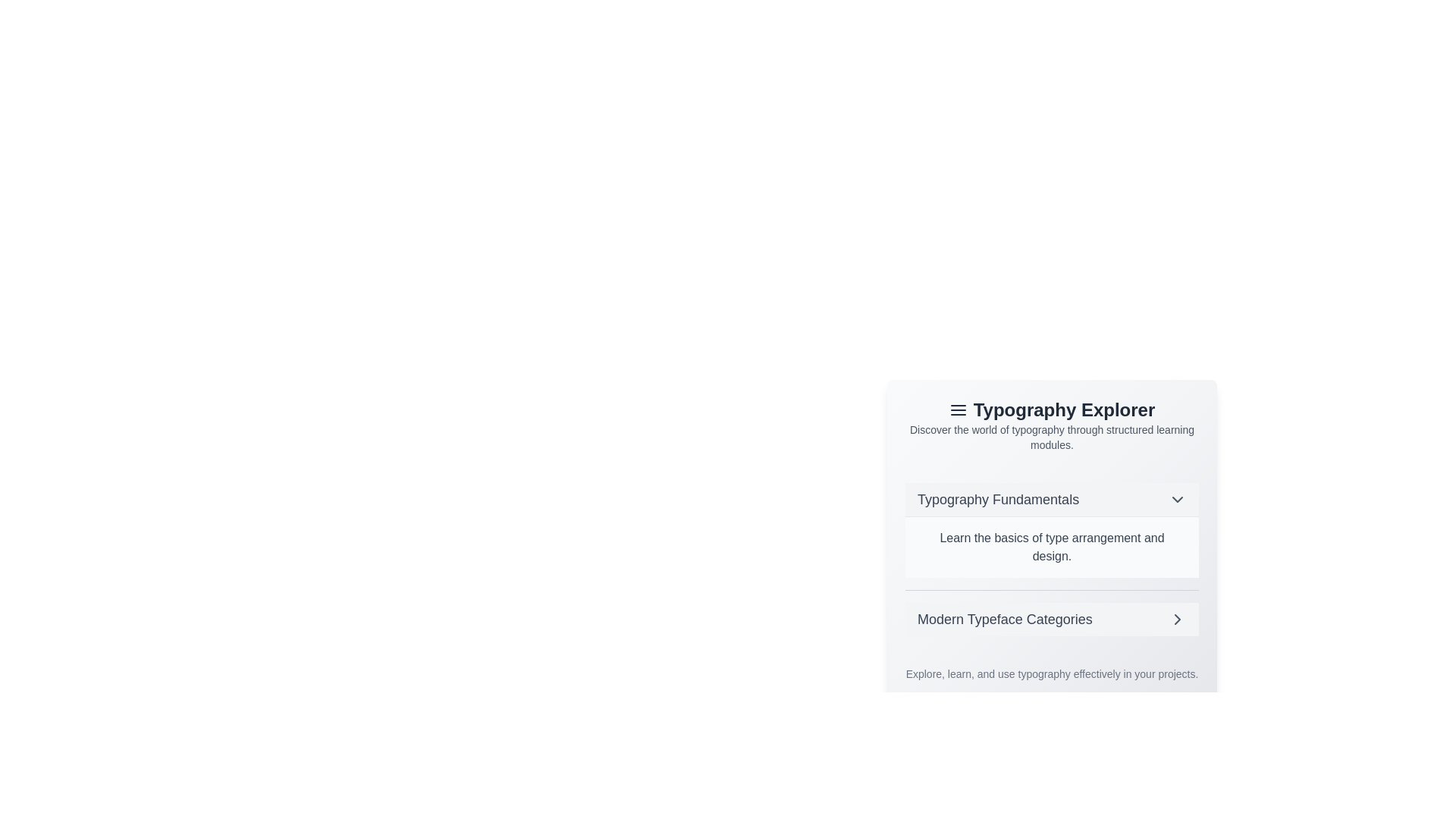 This screenshot has width=1456, height=819. I want to click on the 'Typography Fundamentals' button, which is styled with a bold, medium-gray font and changes color on hover, so click(1051, 500).